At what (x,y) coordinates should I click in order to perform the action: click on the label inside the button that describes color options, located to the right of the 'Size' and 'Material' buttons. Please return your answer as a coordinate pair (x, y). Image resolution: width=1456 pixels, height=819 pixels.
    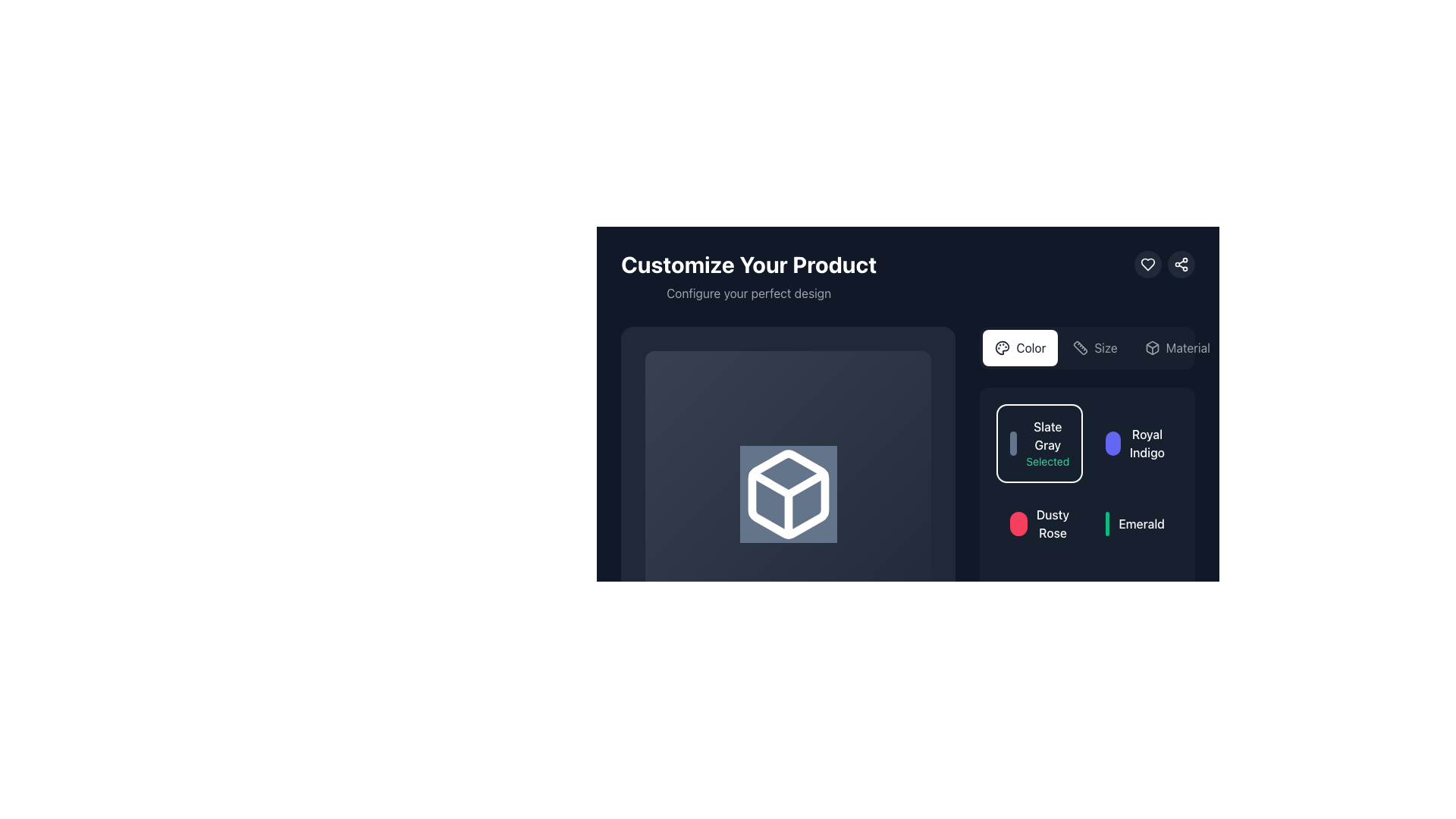
    Looking at the image, I should click on (1031, 348).